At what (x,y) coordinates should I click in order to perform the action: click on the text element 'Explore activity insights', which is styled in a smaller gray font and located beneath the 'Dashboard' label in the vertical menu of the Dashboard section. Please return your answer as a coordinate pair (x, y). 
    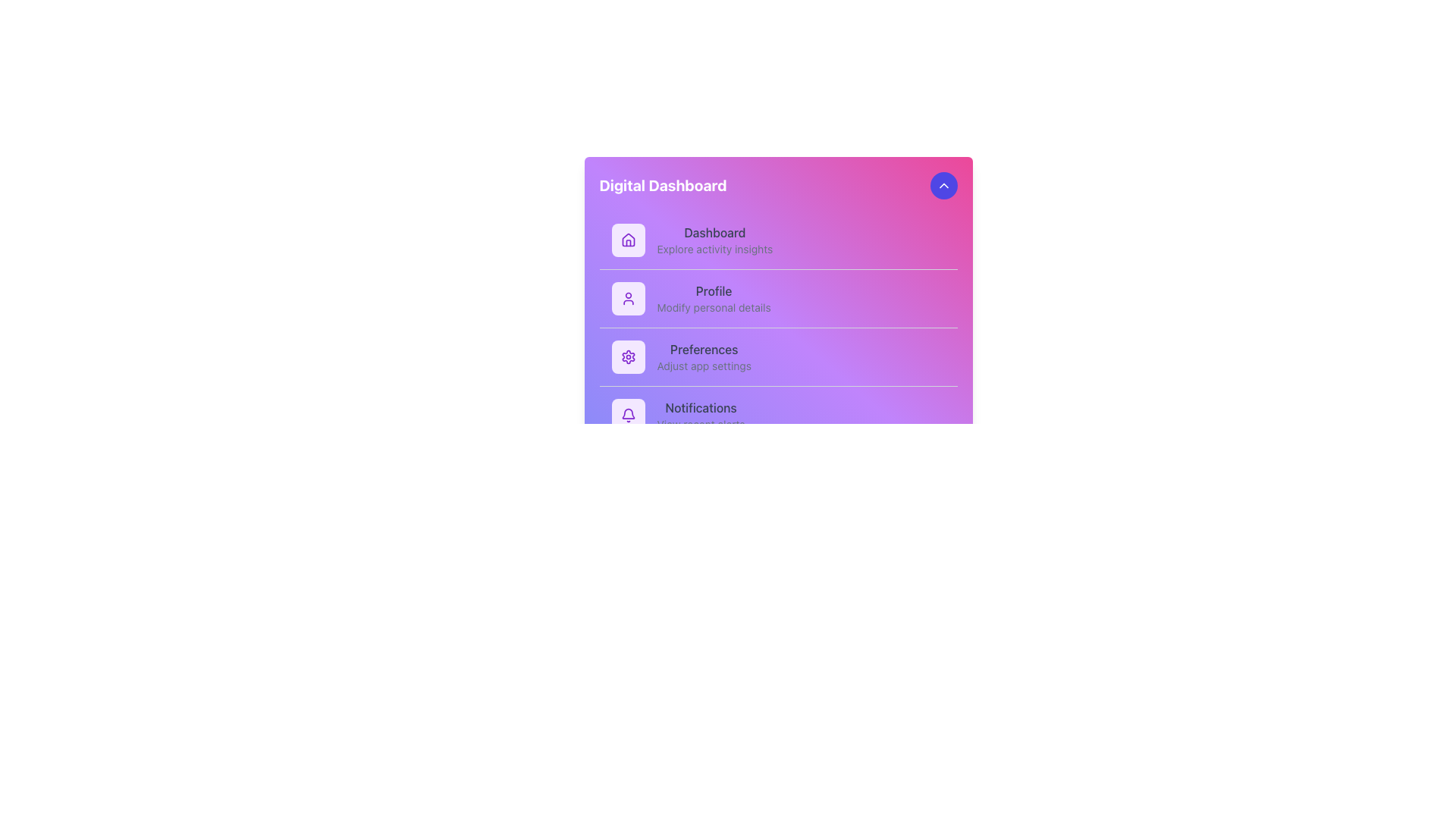
    Looking at the image, I should click on (714, 248).